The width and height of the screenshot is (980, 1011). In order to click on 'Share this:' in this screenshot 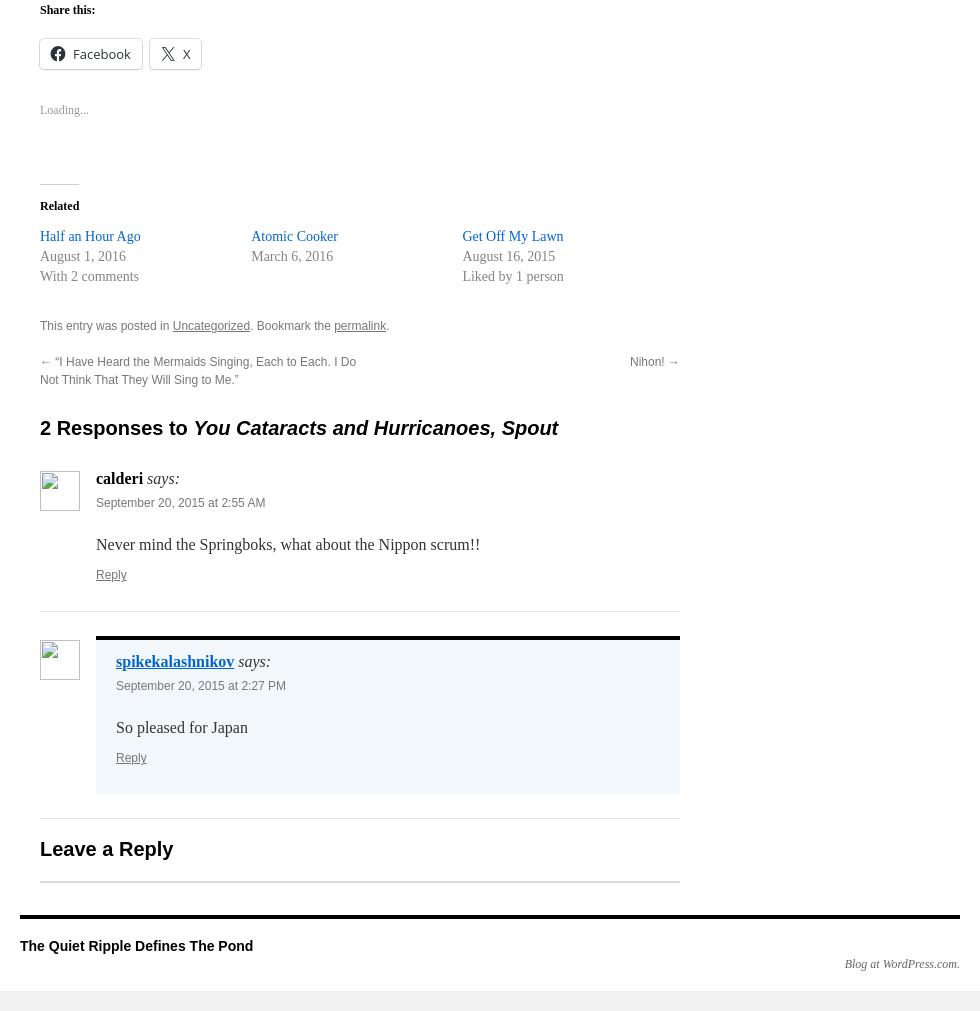, I will do `click(39, 9)`.